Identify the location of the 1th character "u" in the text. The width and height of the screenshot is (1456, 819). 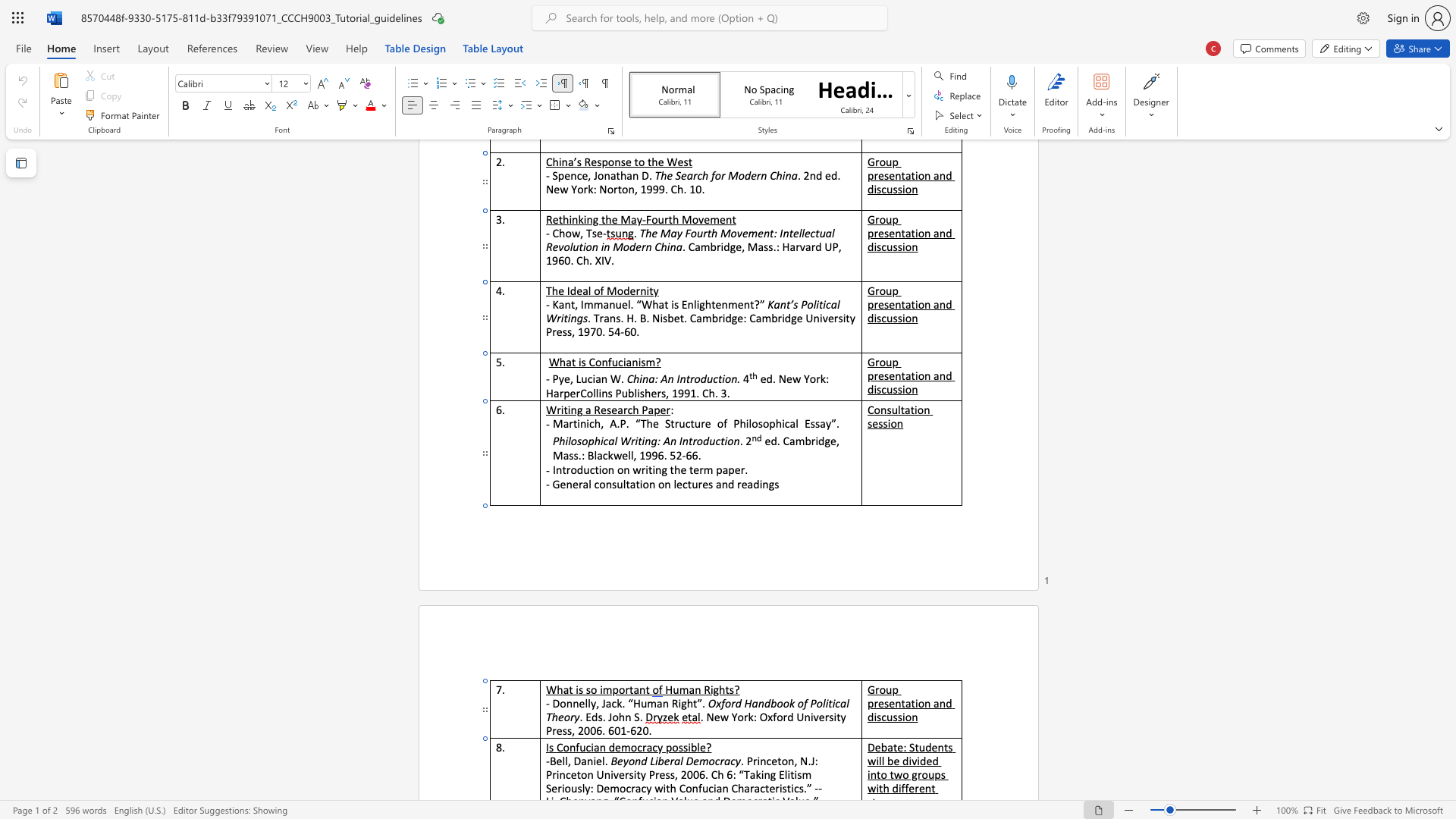
(889, 689).